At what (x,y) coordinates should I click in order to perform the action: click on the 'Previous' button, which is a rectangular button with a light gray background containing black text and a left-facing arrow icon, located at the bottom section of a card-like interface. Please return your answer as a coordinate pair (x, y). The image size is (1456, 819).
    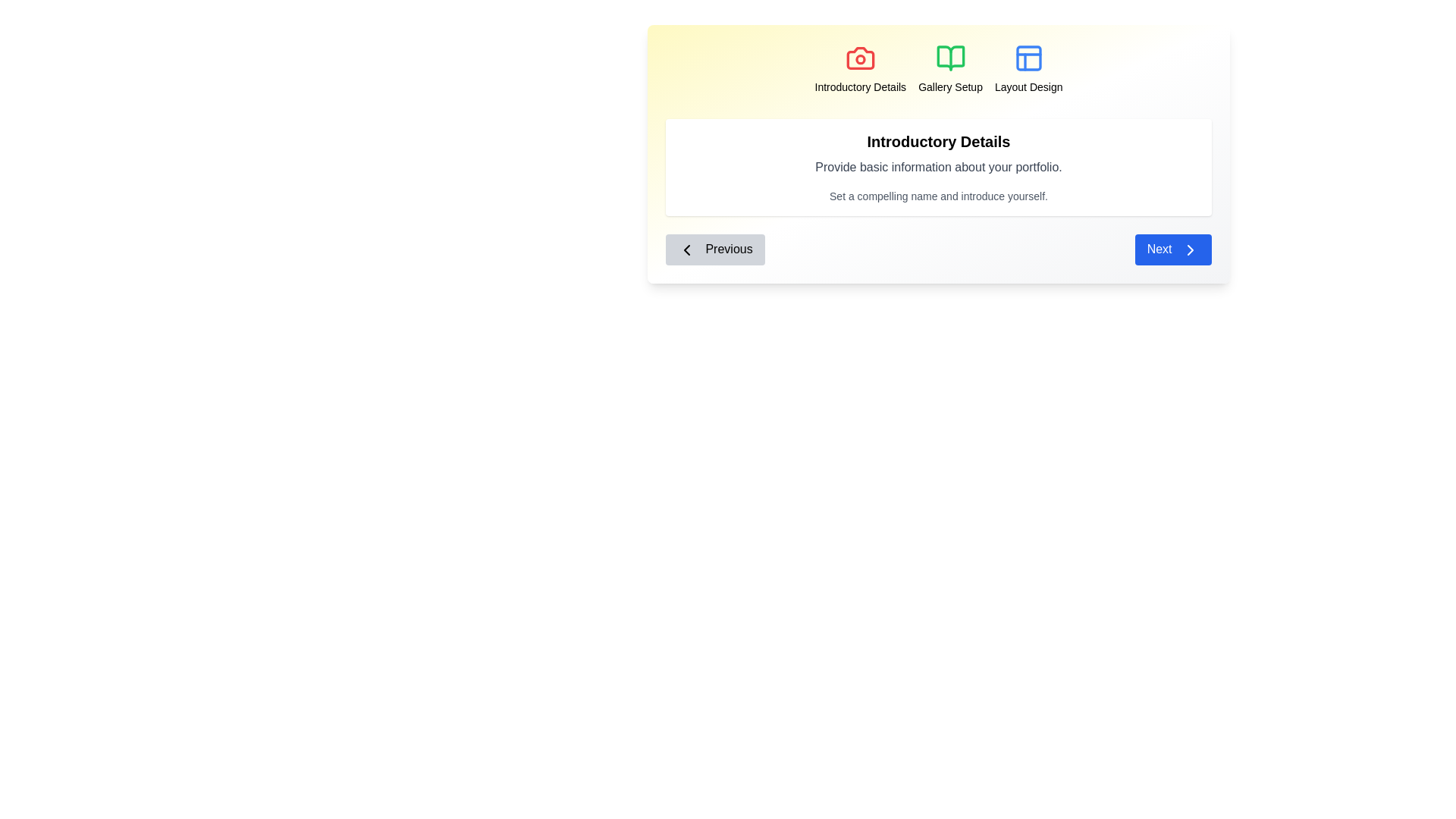
    Looking at the image, I should click on (714, 249).